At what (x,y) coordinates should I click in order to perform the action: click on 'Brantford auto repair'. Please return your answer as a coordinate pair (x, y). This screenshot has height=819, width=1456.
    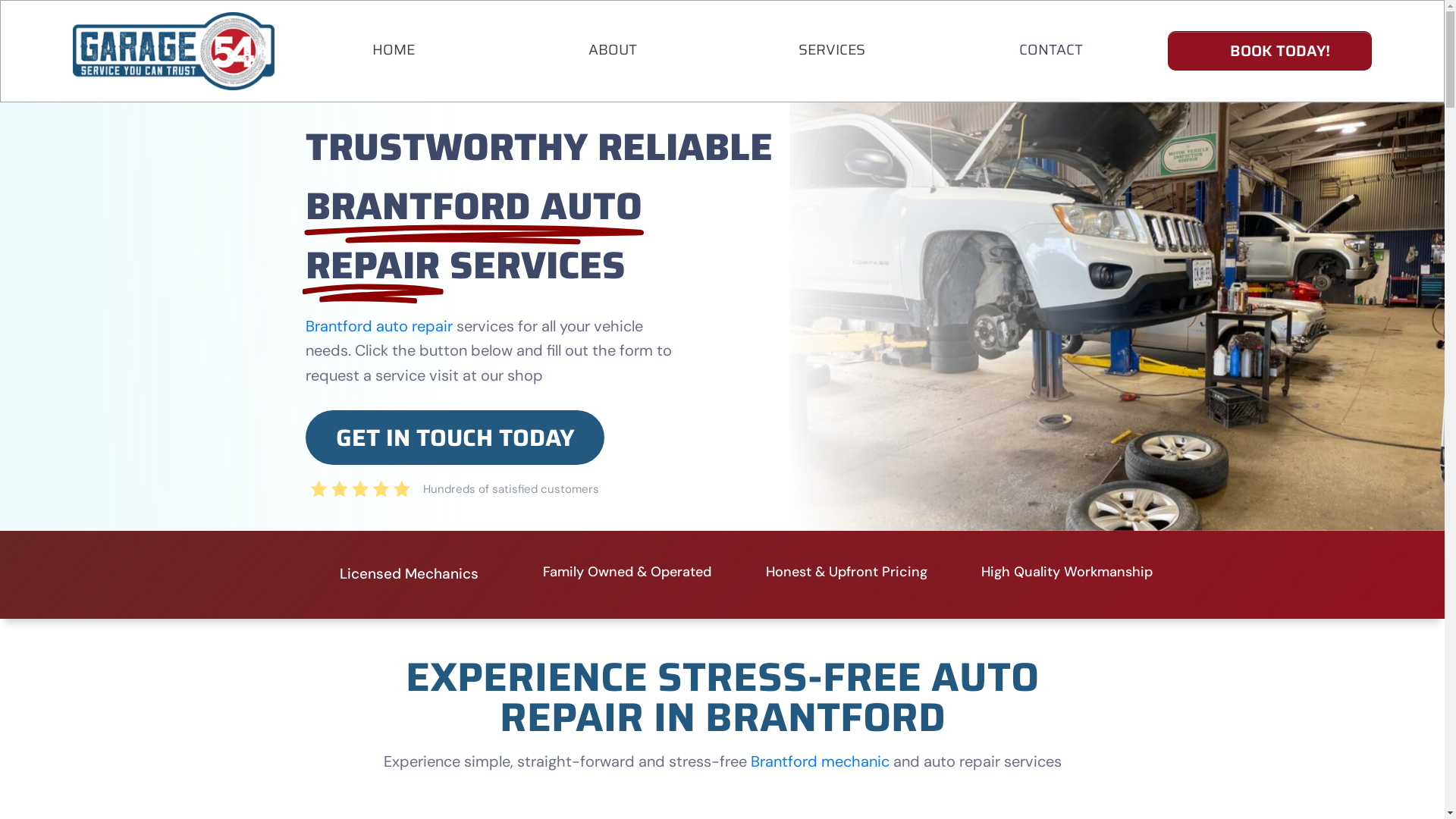
    Looking at the image, I should click on (378, 325).